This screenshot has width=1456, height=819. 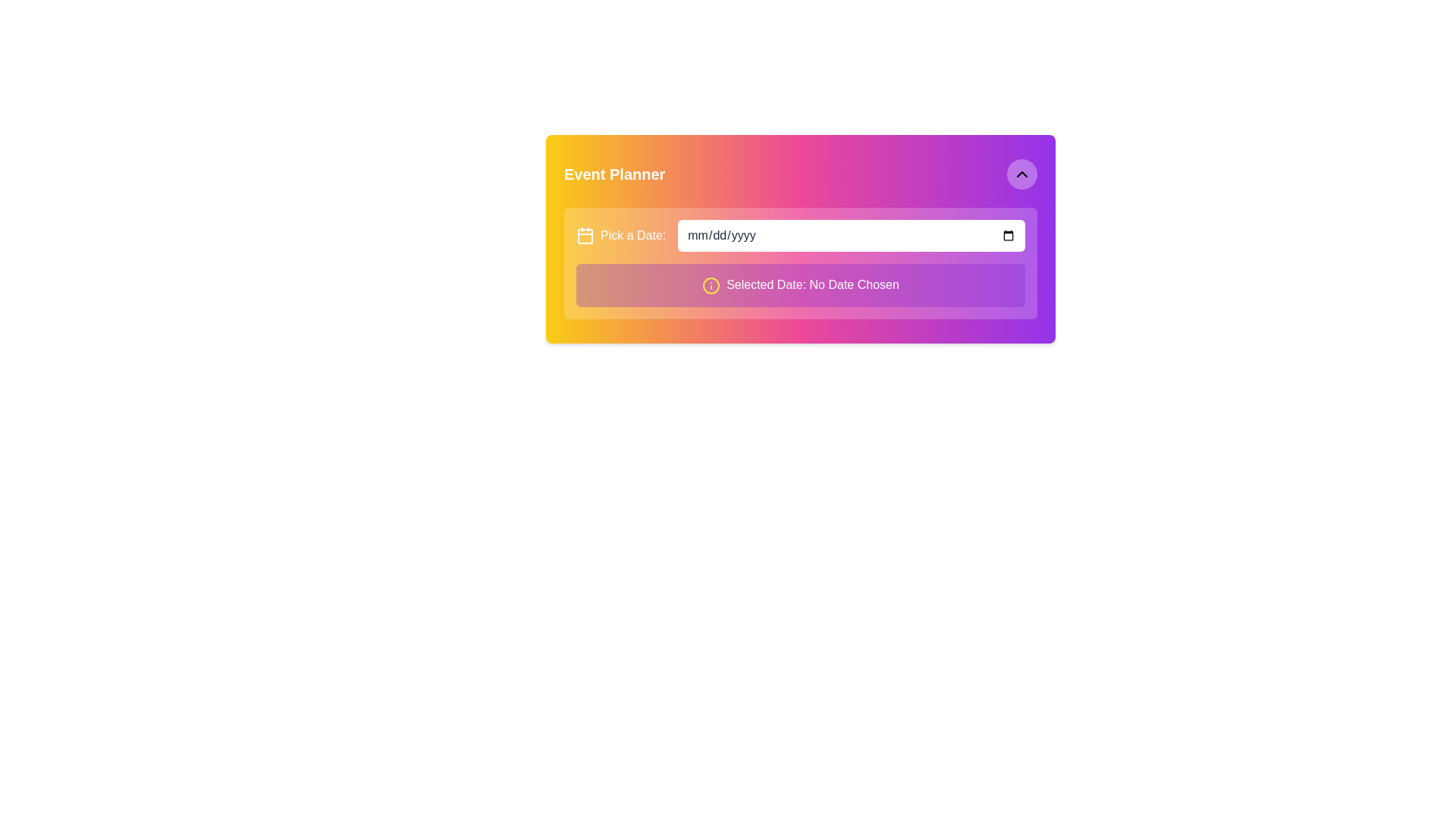 What do you see at coordinates (585, 236) in the screenshot?
I see `the date-picking icon located to the left of the text 'Pick a Date:' in the 'Event Planner' dialog box` at bounding box center [585, 236].